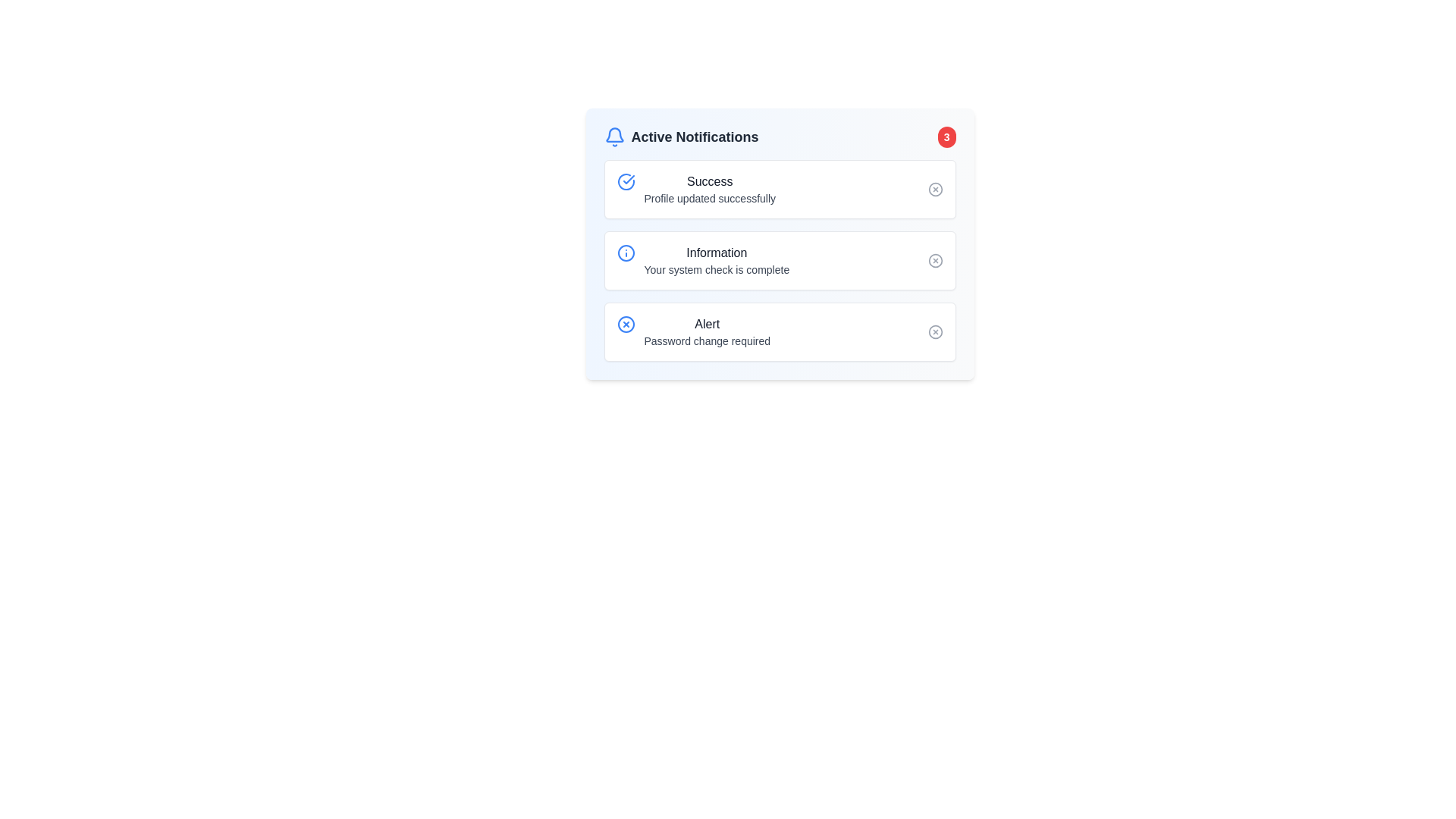  Describe the element at coordinates (626, 180) in the screenshot. I see `the circular blue success icon with a checkmark, which is located next to the 'Success' text and above the message 'Profile updated successfully.'` at that location.